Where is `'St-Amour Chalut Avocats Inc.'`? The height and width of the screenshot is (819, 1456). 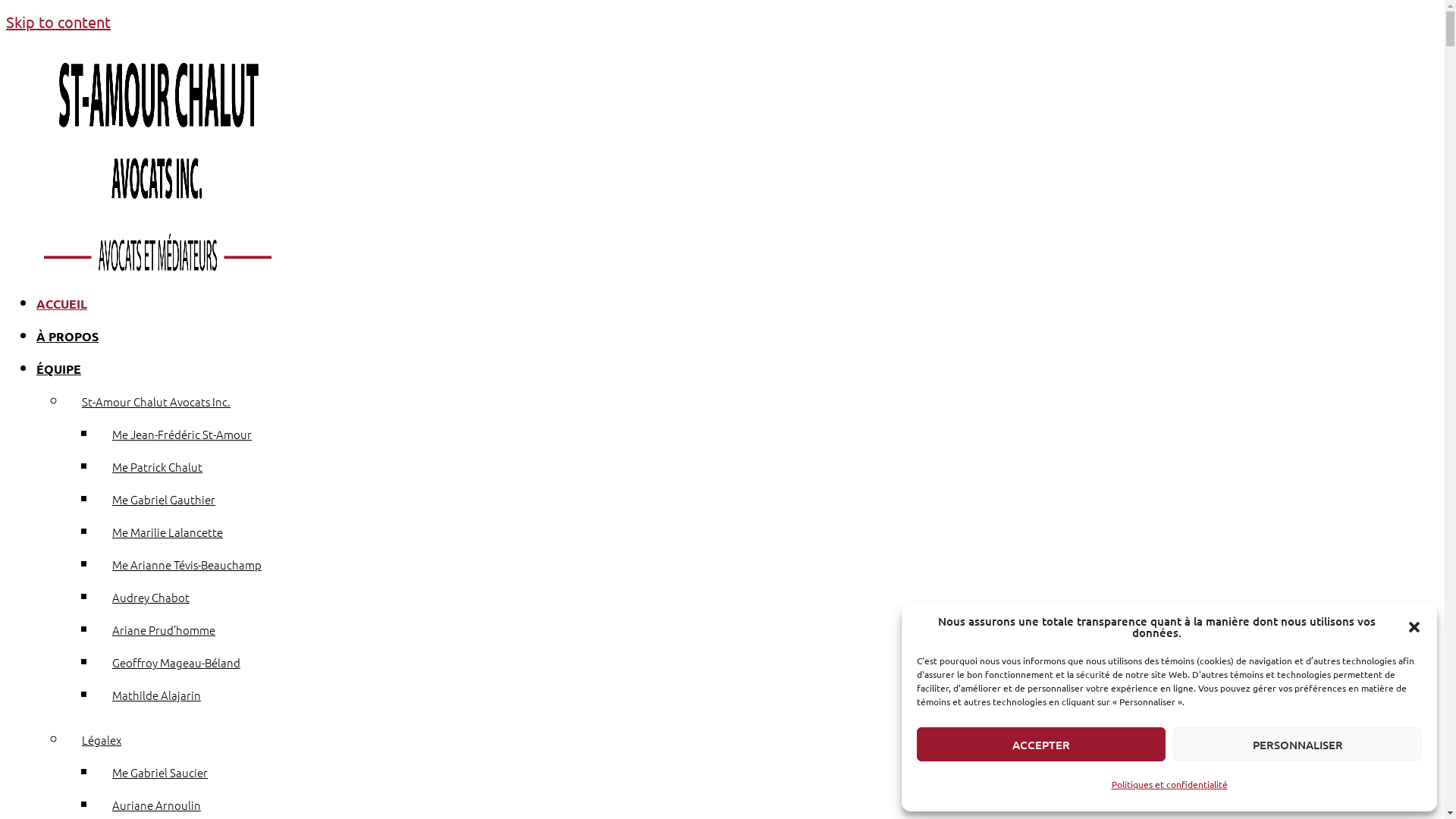
'St-Amour Chalut Avocats Inc.' is located at coordinates (65, 400).